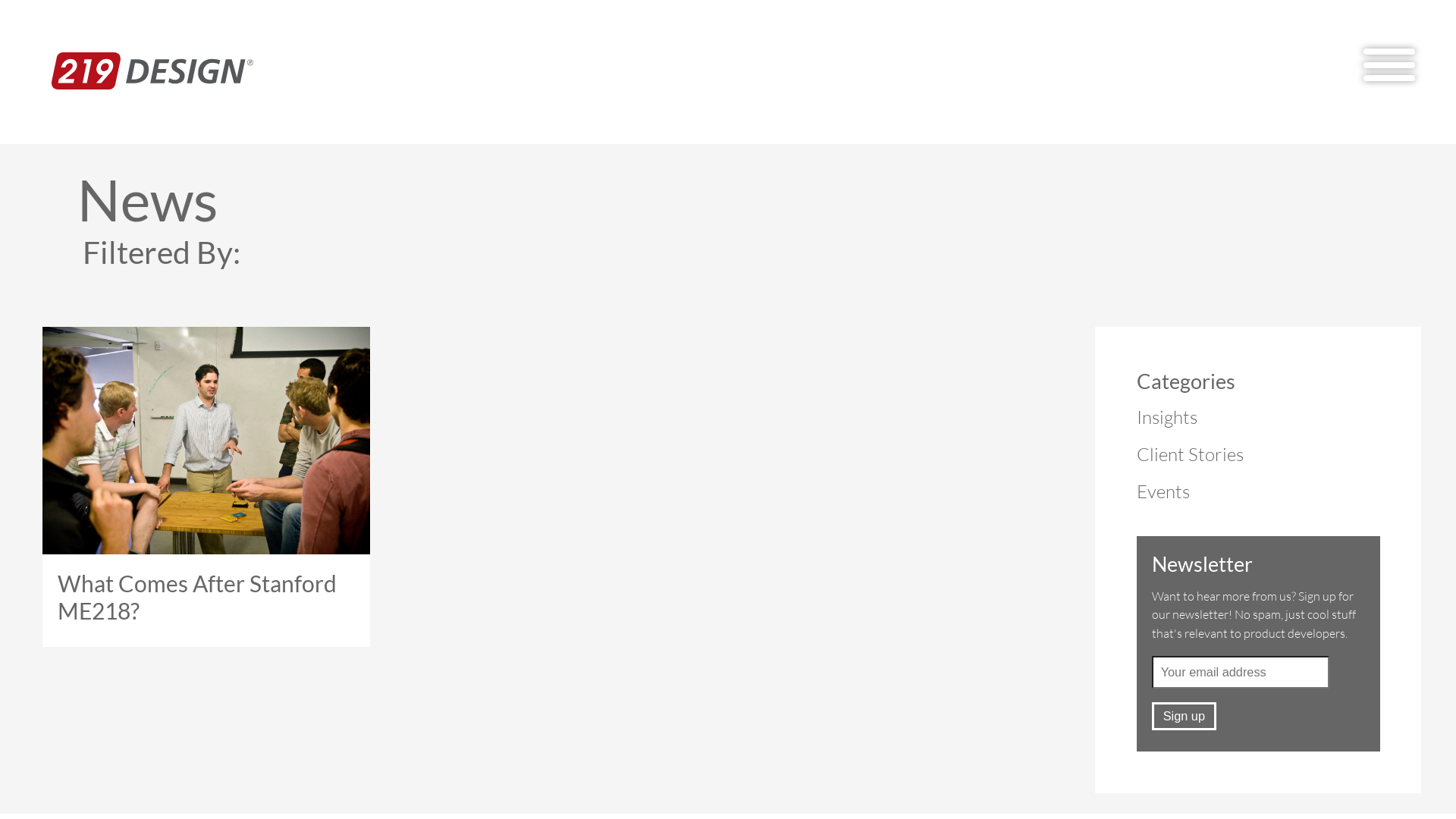  What do you see at coordinates (1163, 491) in the screenshot?
I see `'Events'` at bounding box center [1163, 491].